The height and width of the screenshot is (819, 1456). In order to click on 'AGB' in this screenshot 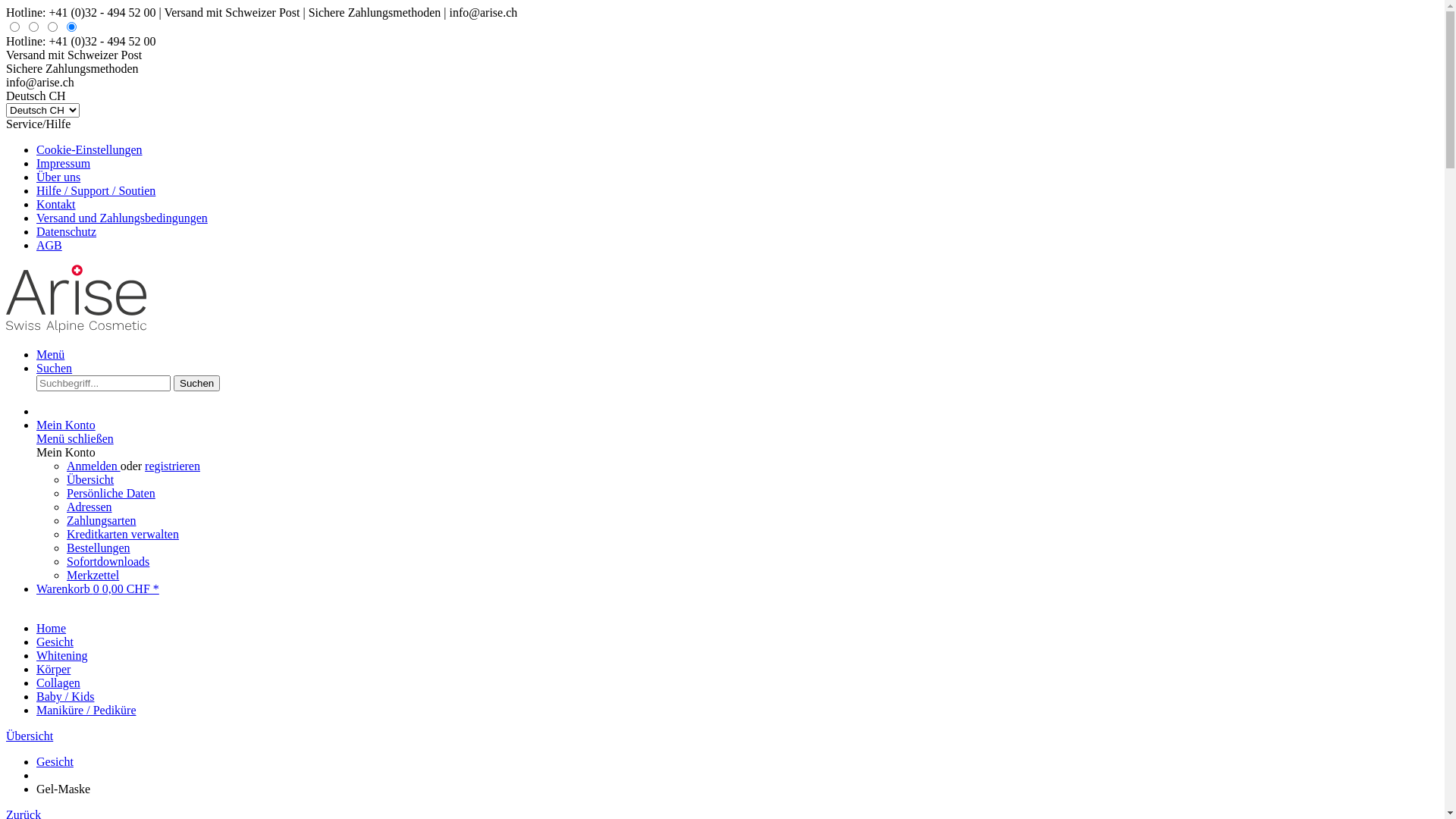, I will do `click(49, 244)`.